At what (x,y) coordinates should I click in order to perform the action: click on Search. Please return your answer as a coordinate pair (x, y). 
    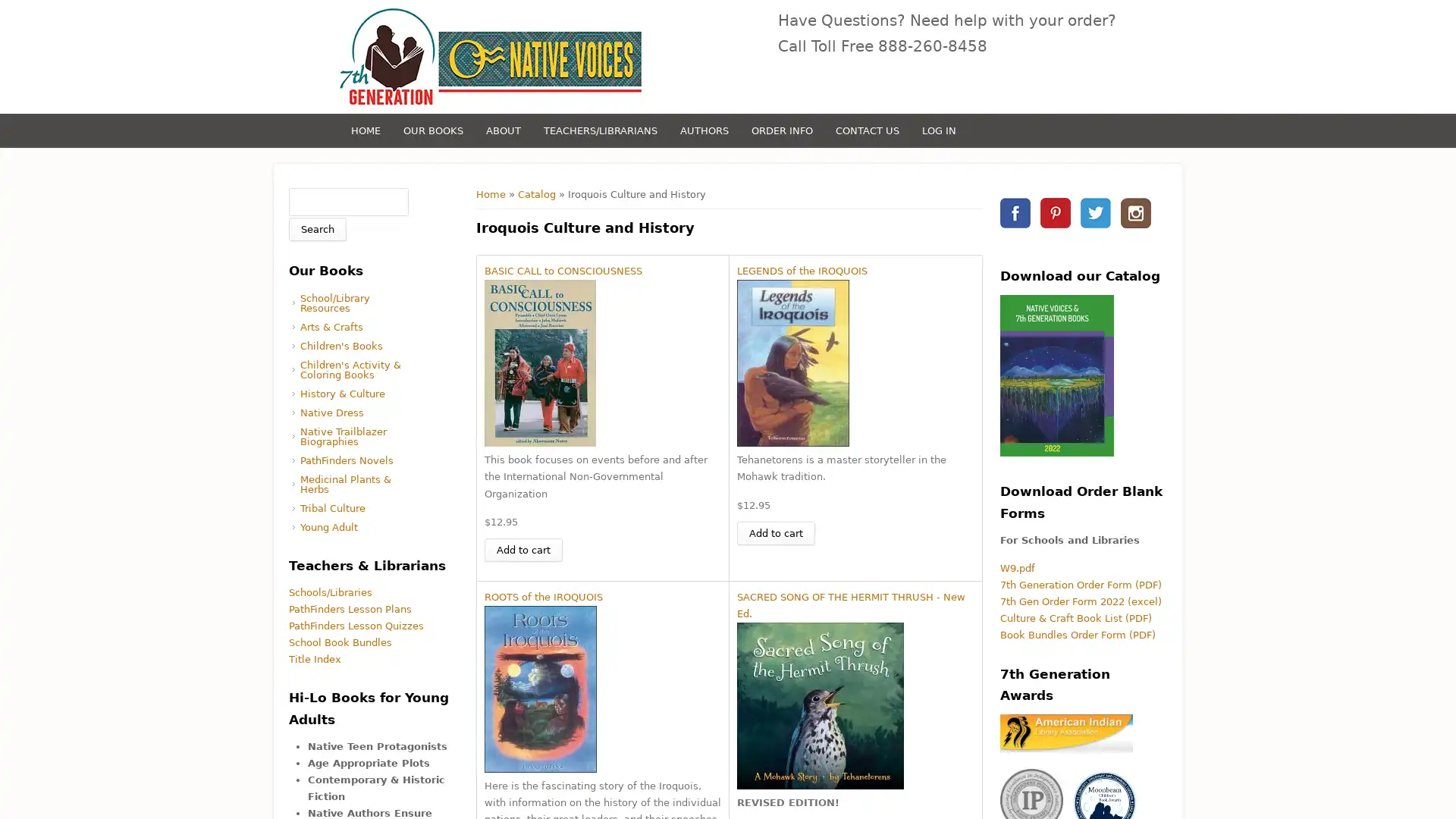
    Looking at the image, I should click on (316, 229).